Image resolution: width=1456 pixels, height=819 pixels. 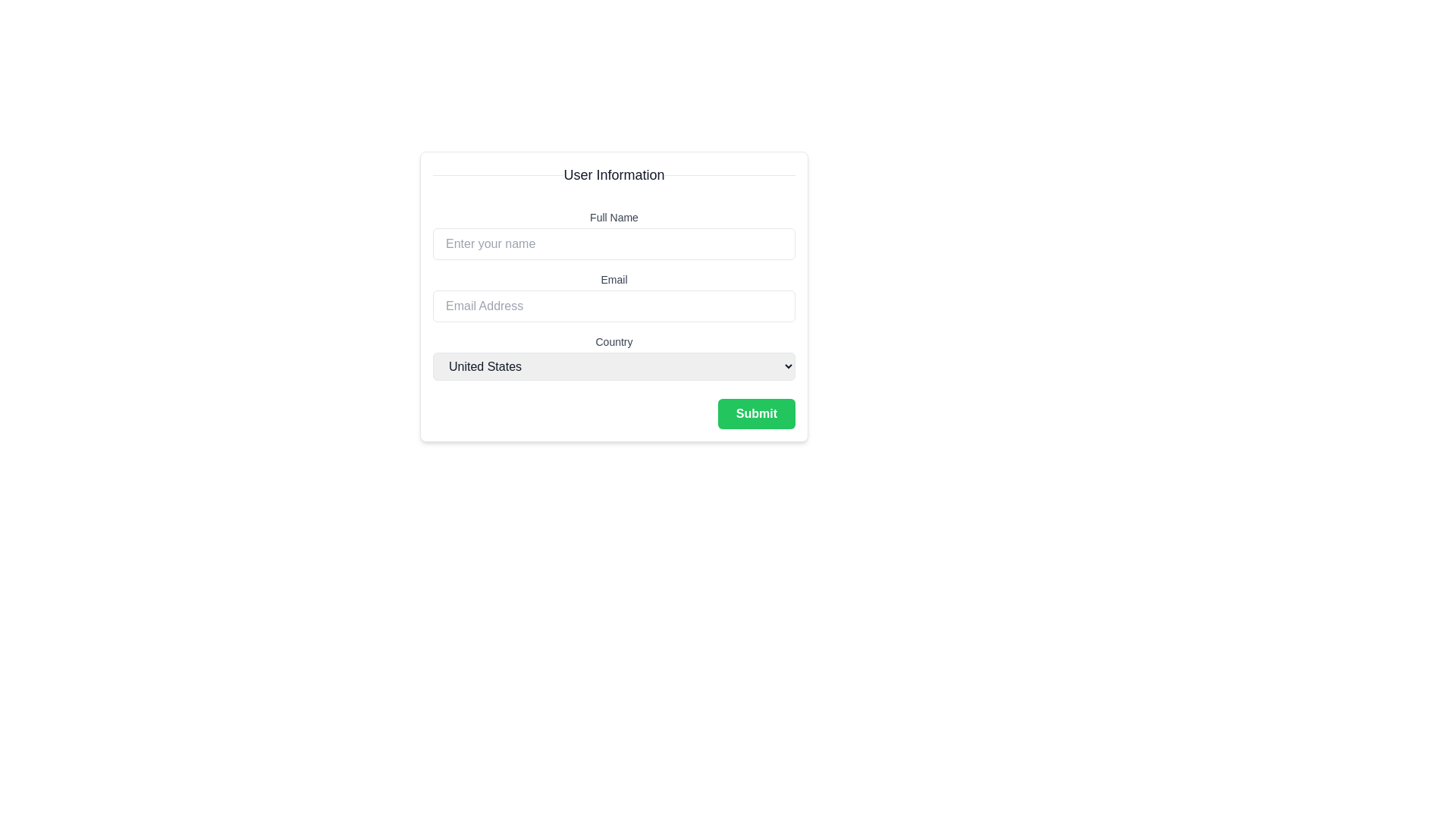 What do you see at coordinates (614, 280) in the screenshot?
I see `the label element that indicates the purpose of the associated input field for collecting an email address, which is located above the 'Email Address' input field in the 'User Information' form` at bounding box center [614, 280].